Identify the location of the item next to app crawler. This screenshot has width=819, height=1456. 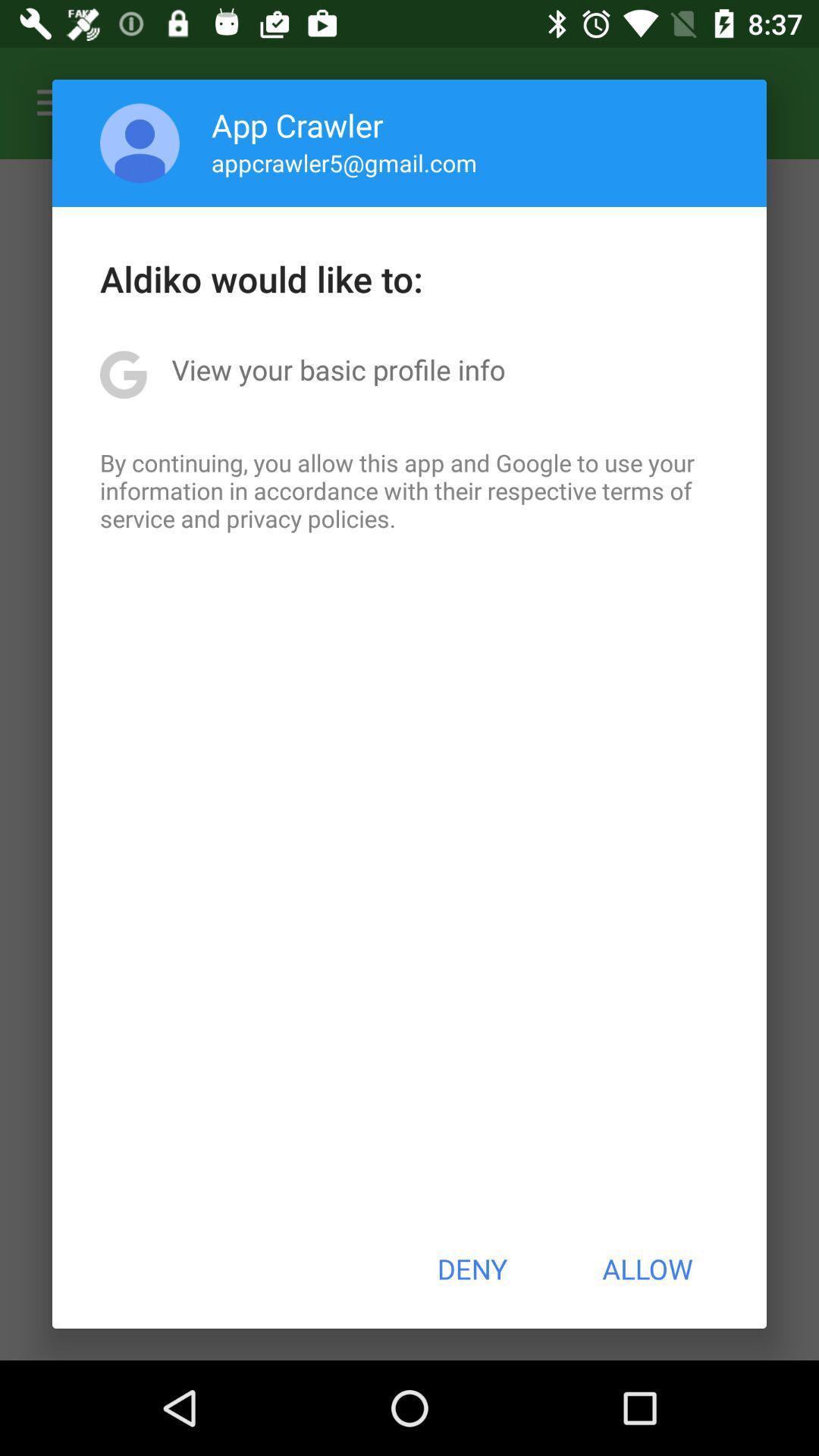
(140, 143).